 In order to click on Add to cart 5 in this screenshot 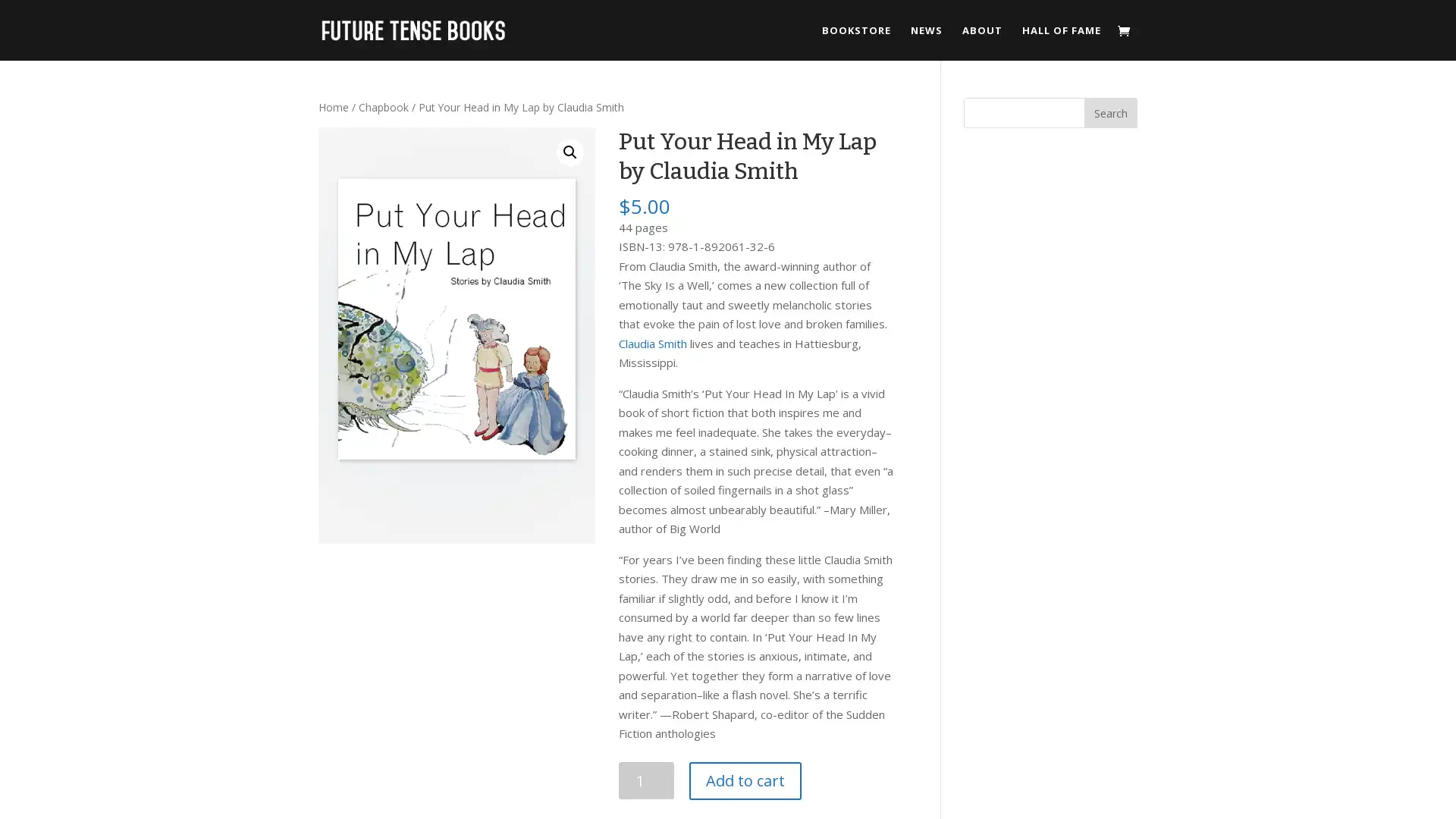, I will do `click(745, 780)`.